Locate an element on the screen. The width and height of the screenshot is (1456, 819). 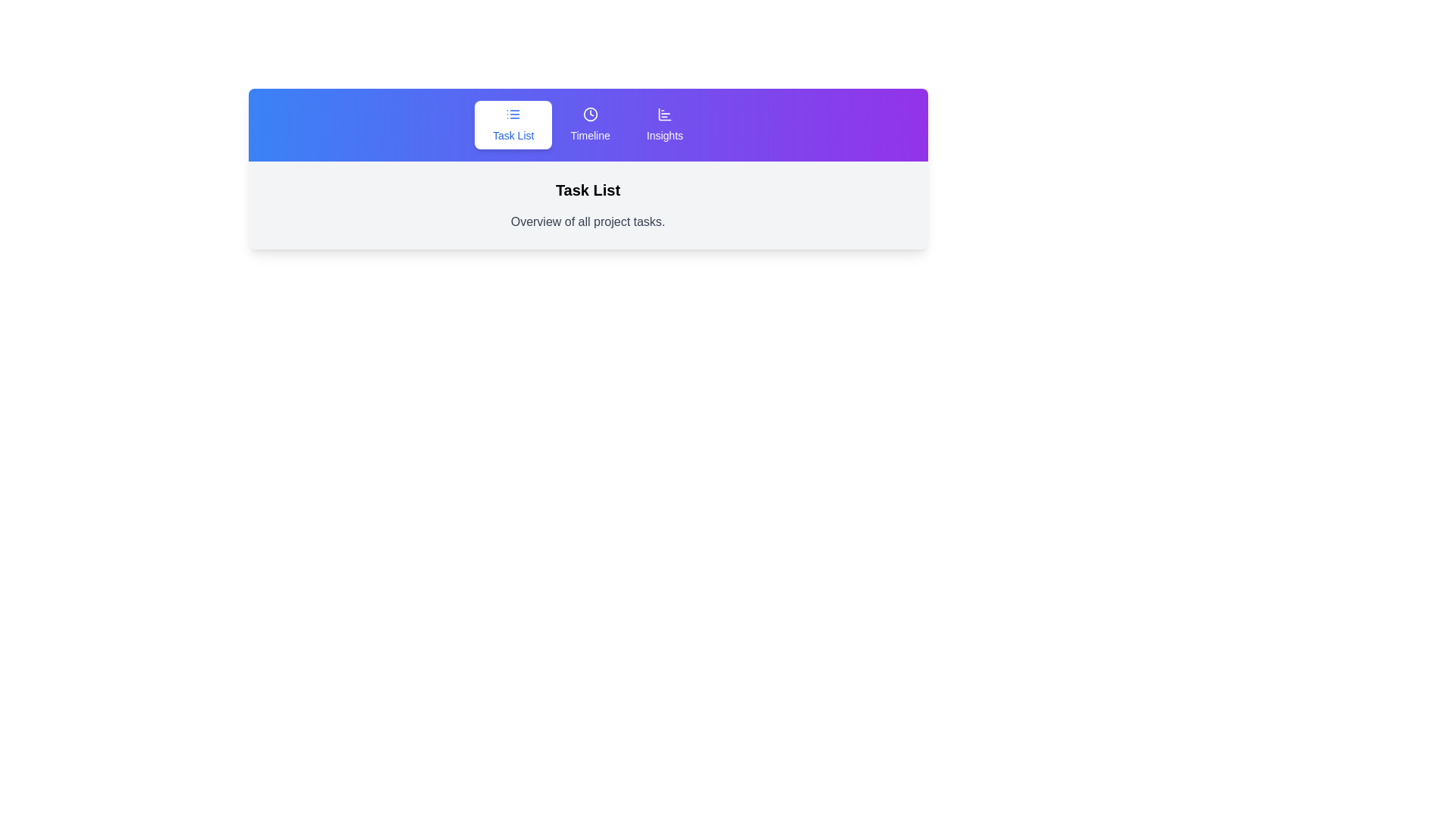
the Insights tab is located at coordinates (665, 124).